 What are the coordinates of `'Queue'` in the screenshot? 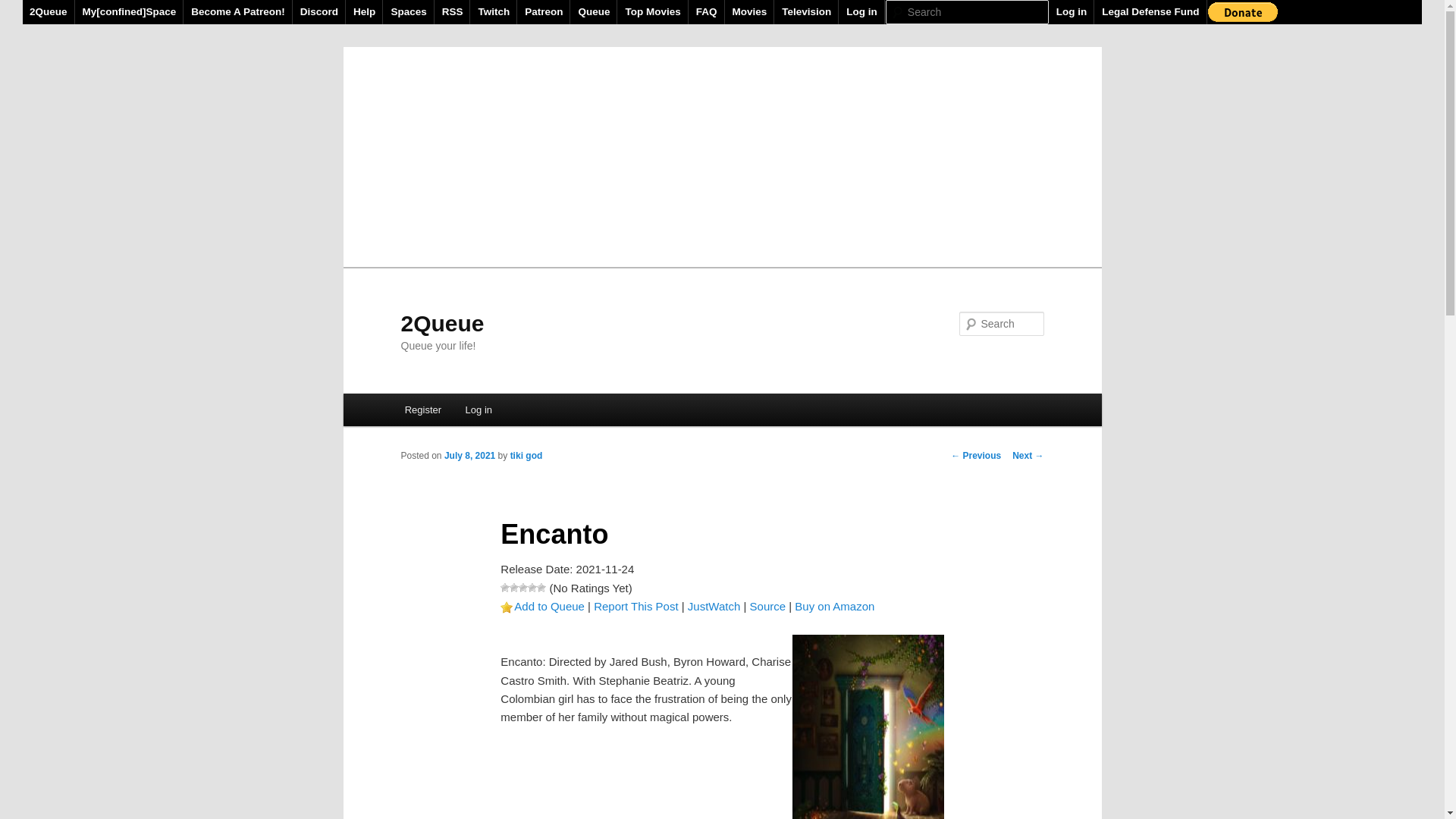 It's located at (593, 11).